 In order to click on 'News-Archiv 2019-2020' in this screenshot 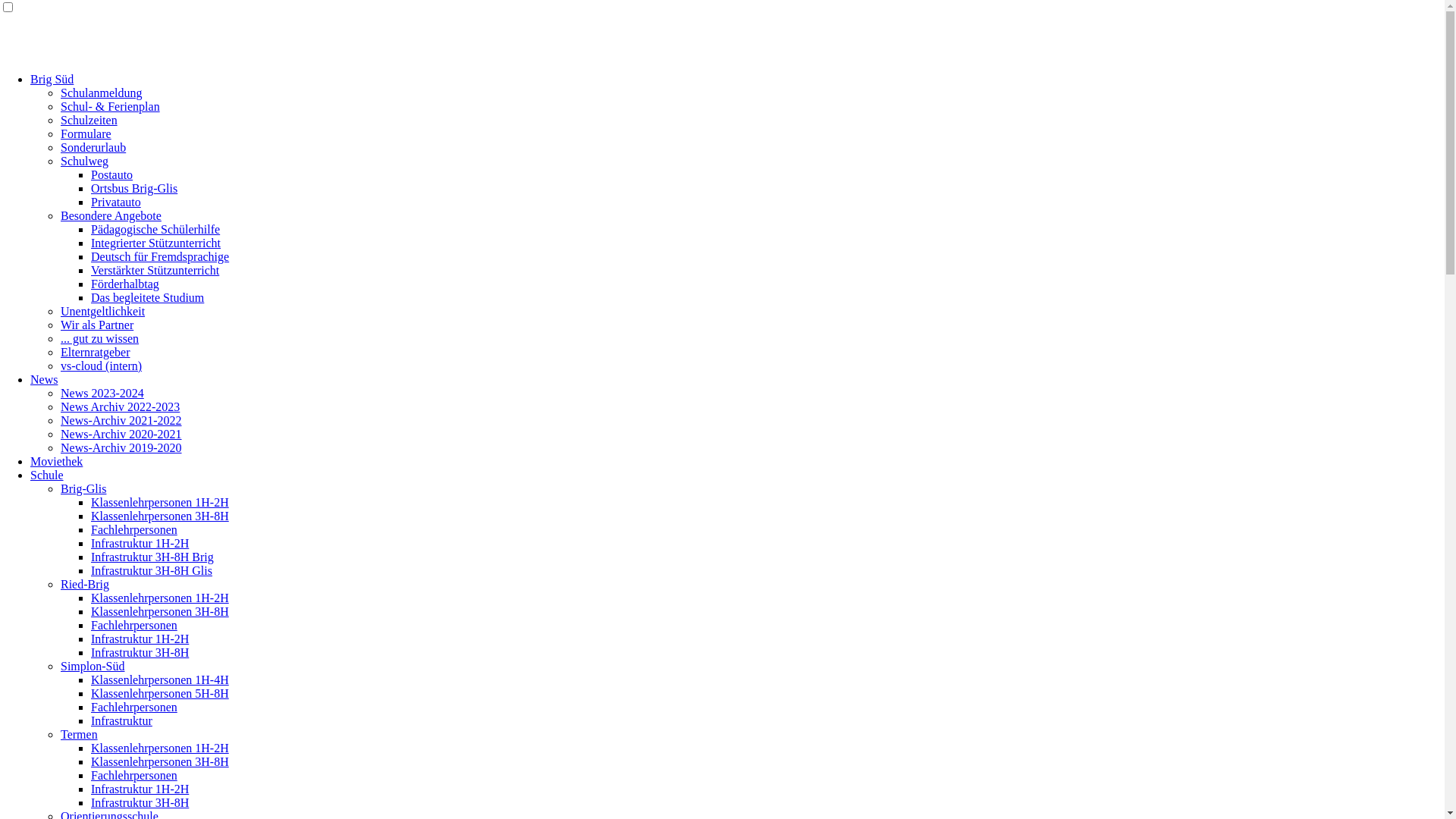, I will do `click(120, 447)`.